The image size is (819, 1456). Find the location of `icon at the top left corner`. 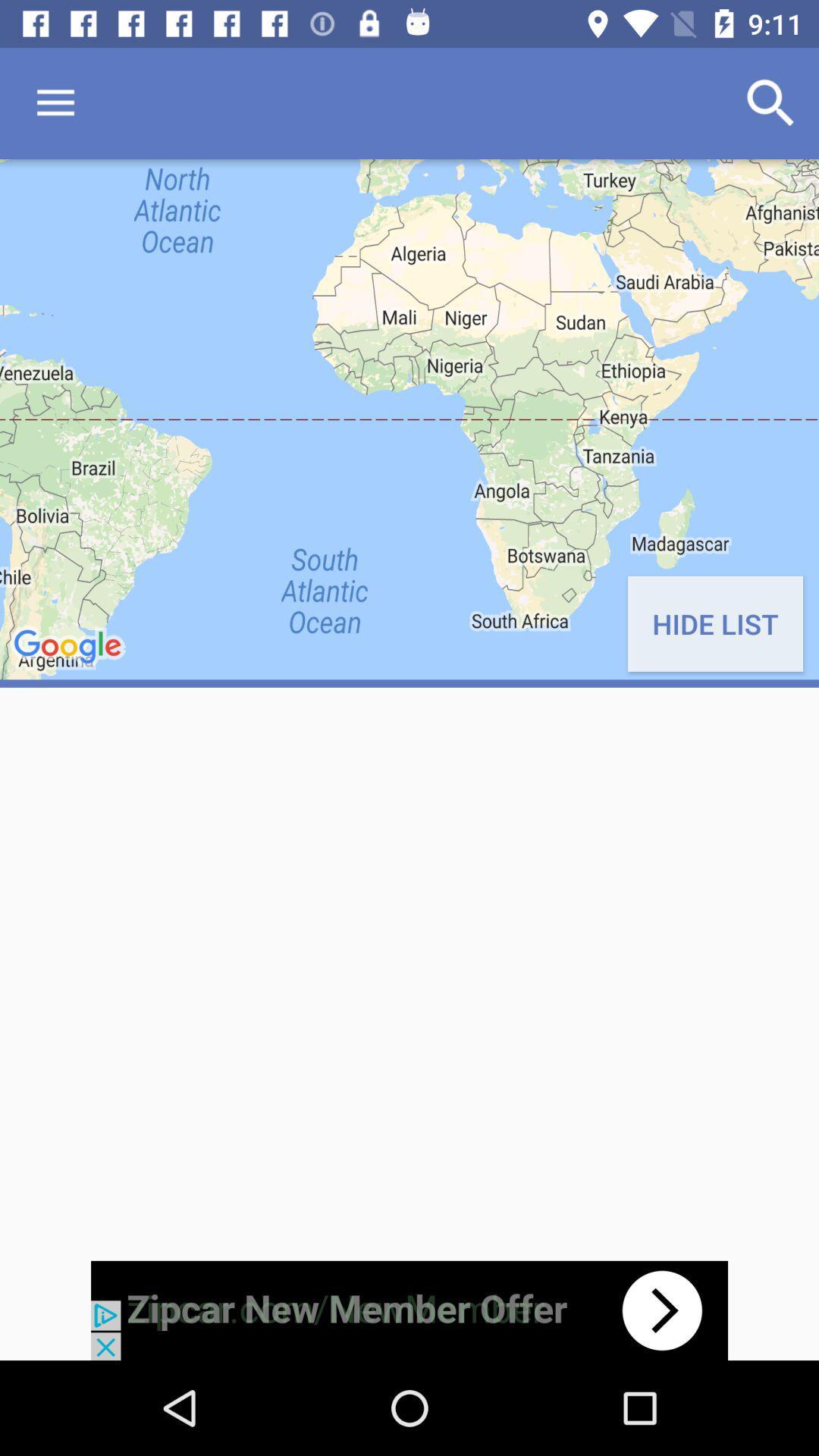

icon at the top left corner is located at coordinates (55, 102).